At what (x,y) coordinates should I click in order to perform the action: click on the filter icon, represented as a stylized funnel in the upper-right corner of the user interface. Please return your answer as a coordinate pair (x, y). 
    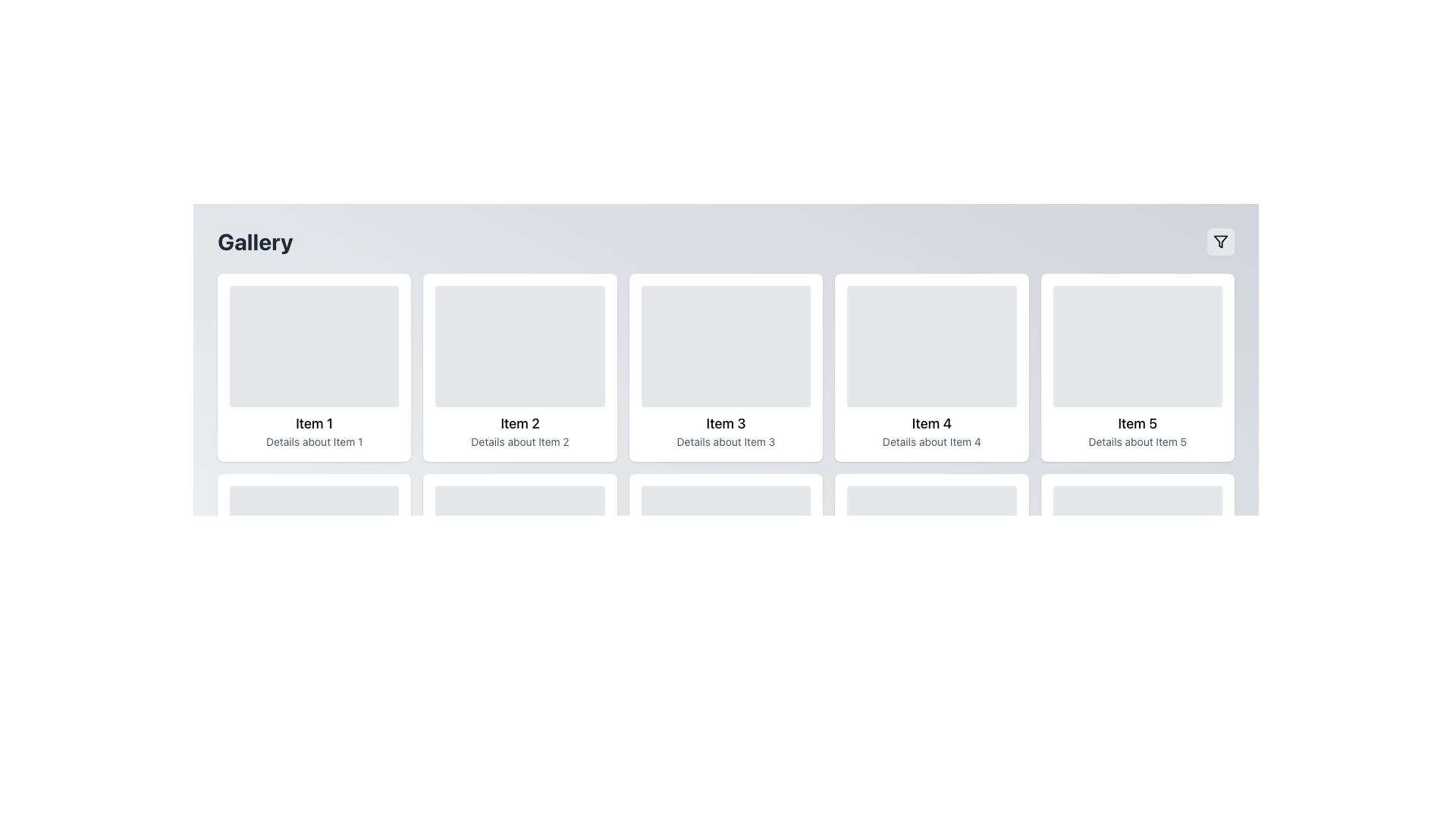
    Looking at the image, I should click on (1220, 241).